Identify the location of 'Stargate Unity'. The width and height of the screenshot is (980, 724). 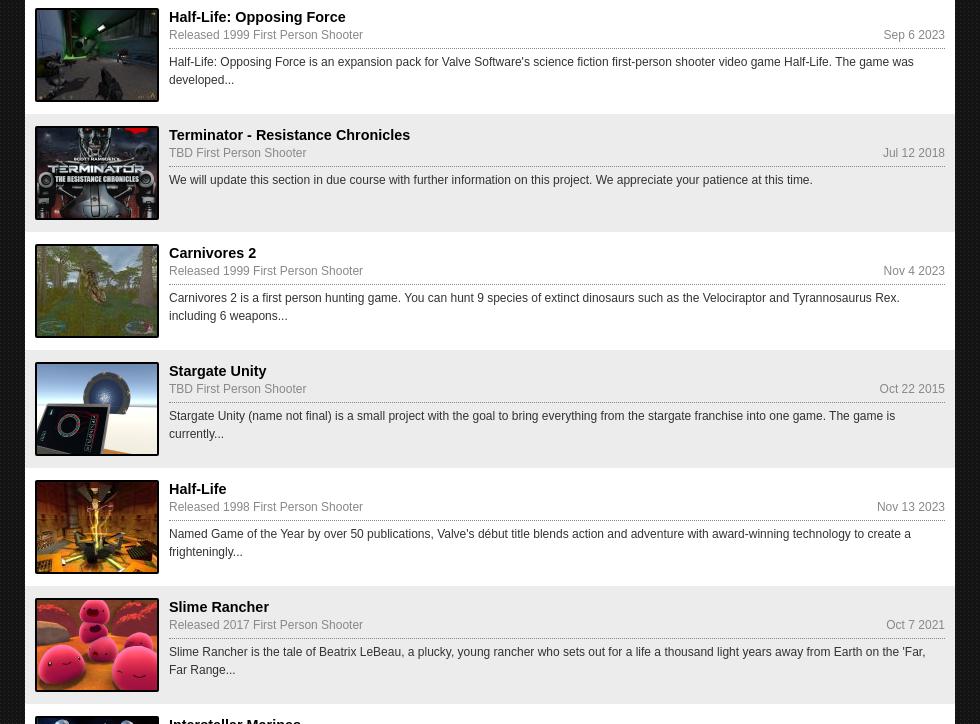
(217, 370).